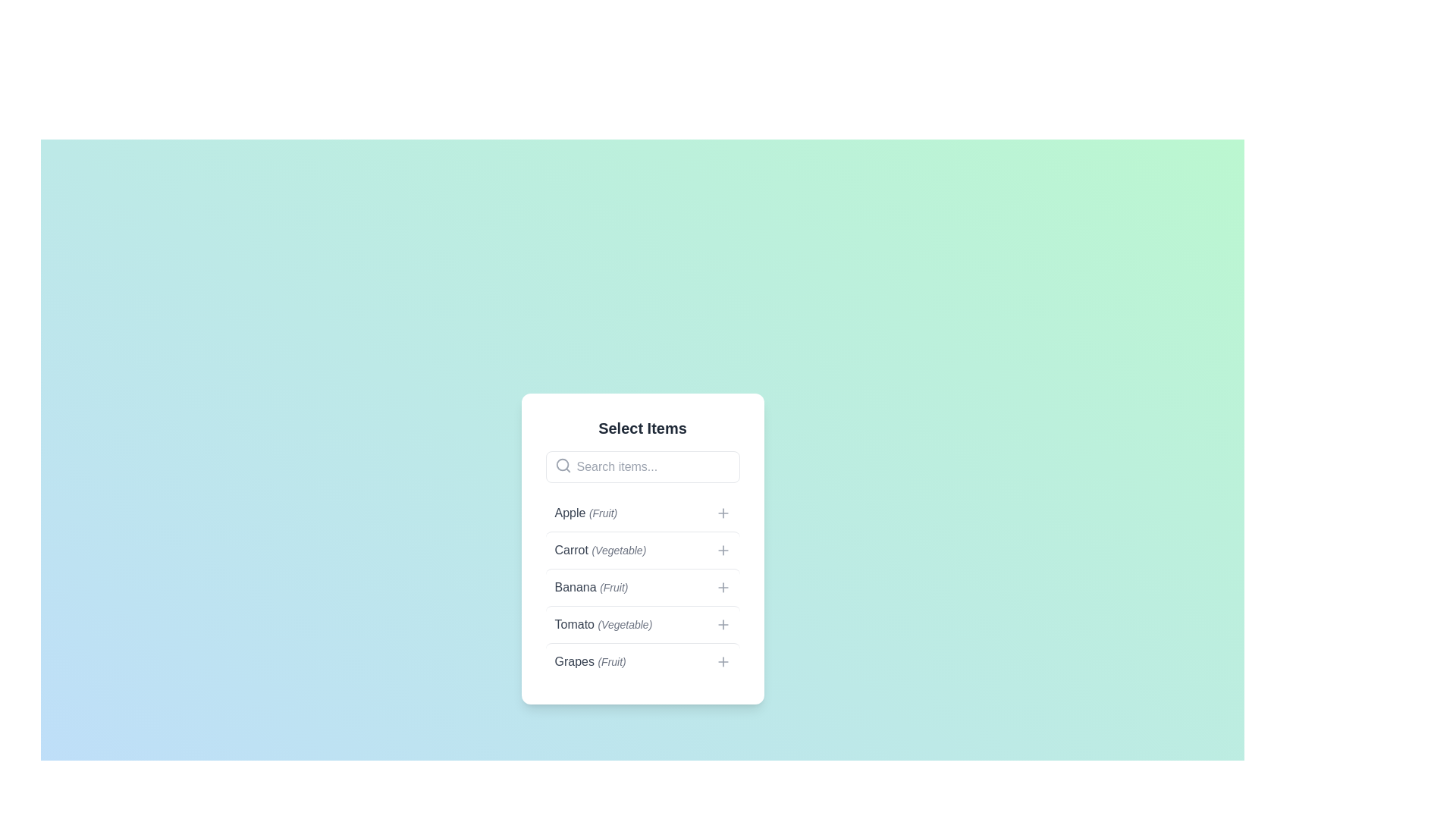  I want to click on the text label displaying '(Vegetable)' which is grayish and located next to 'Carrot' in the list, so click(619, 550).